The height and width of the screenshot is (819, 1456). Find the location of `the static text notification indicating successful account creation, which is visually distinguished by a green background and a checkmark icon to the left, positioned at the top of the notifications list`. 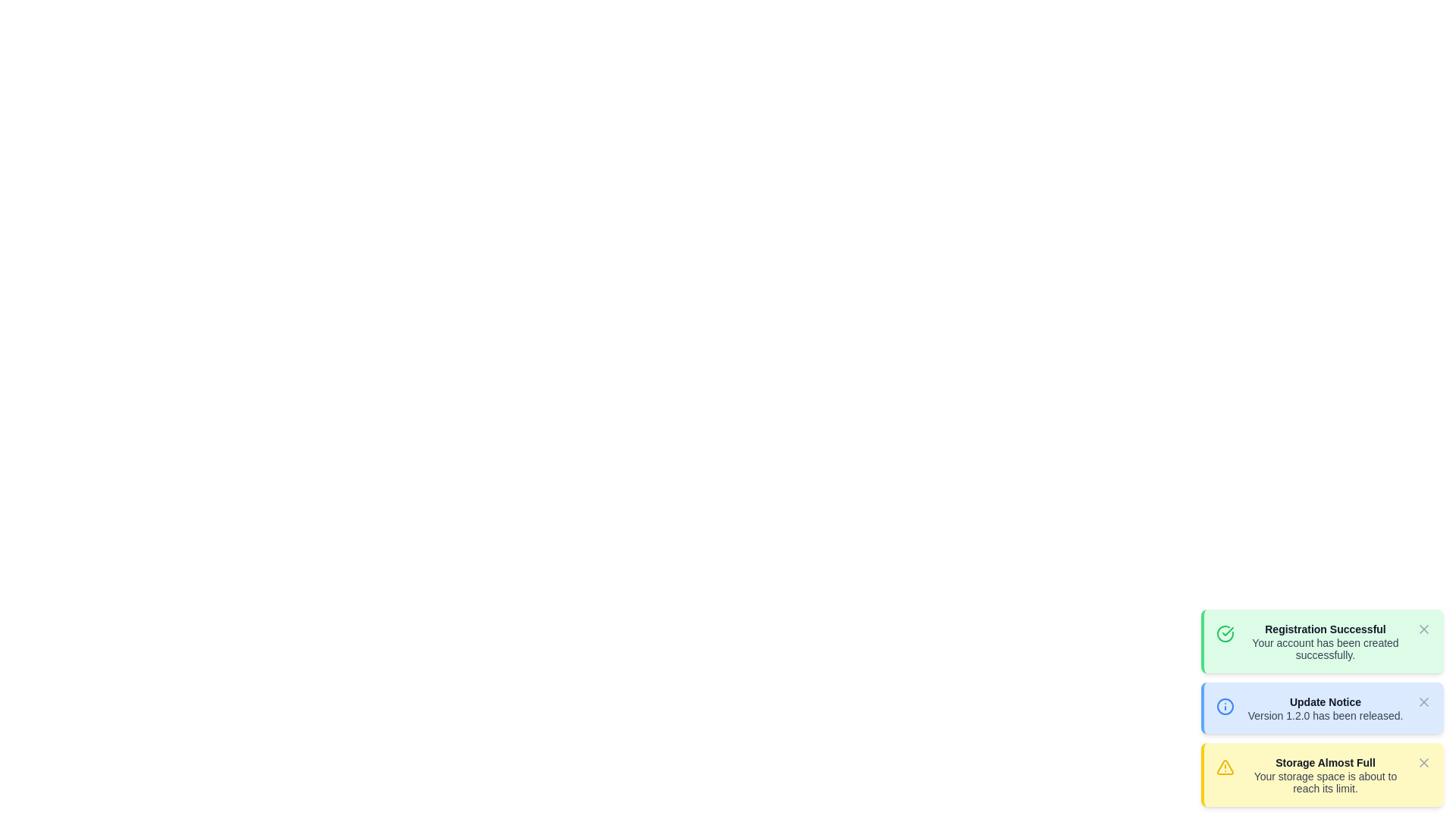

the static text notification indicating successful account creation, which is visually distinguished by a green background and a checkmark icon to the left, positioned at the top of the notifications list is located at coordinates (1324, 641).